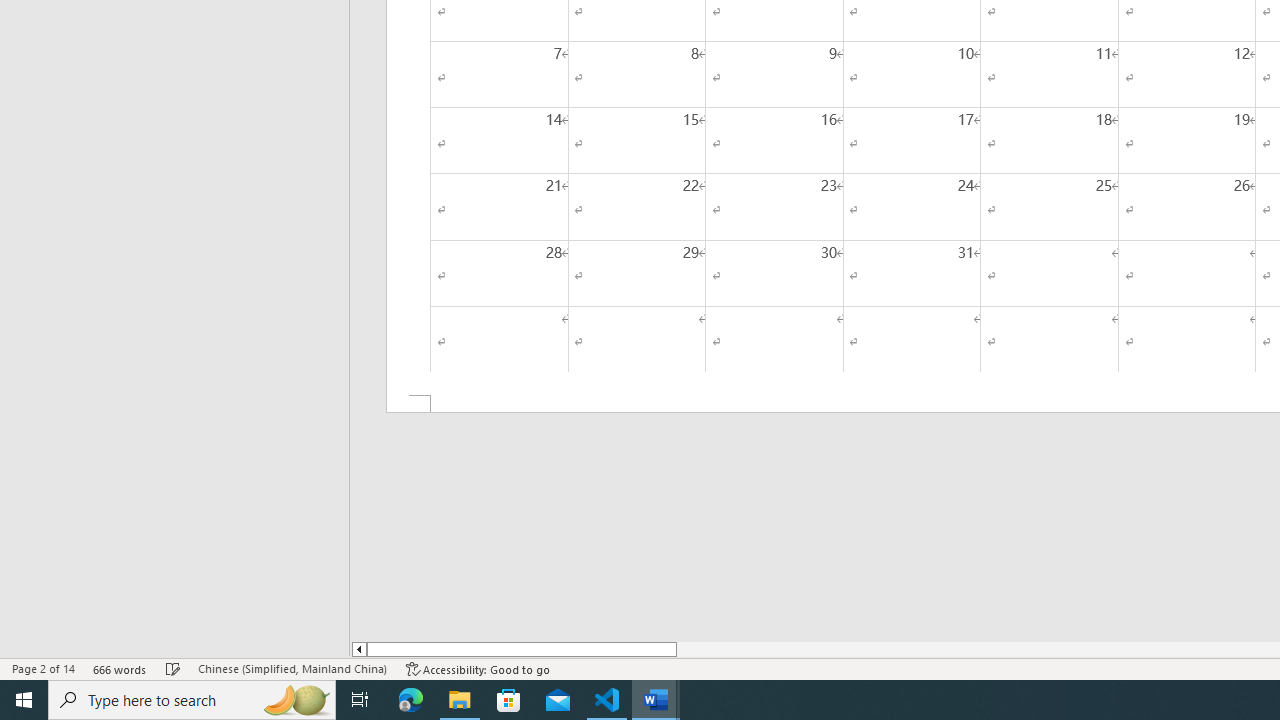 The height and width of the screenshot is (720, 1280). Describe the element at coordinates (358, 649) in the screenshot. I see `'Column left'` at that location.